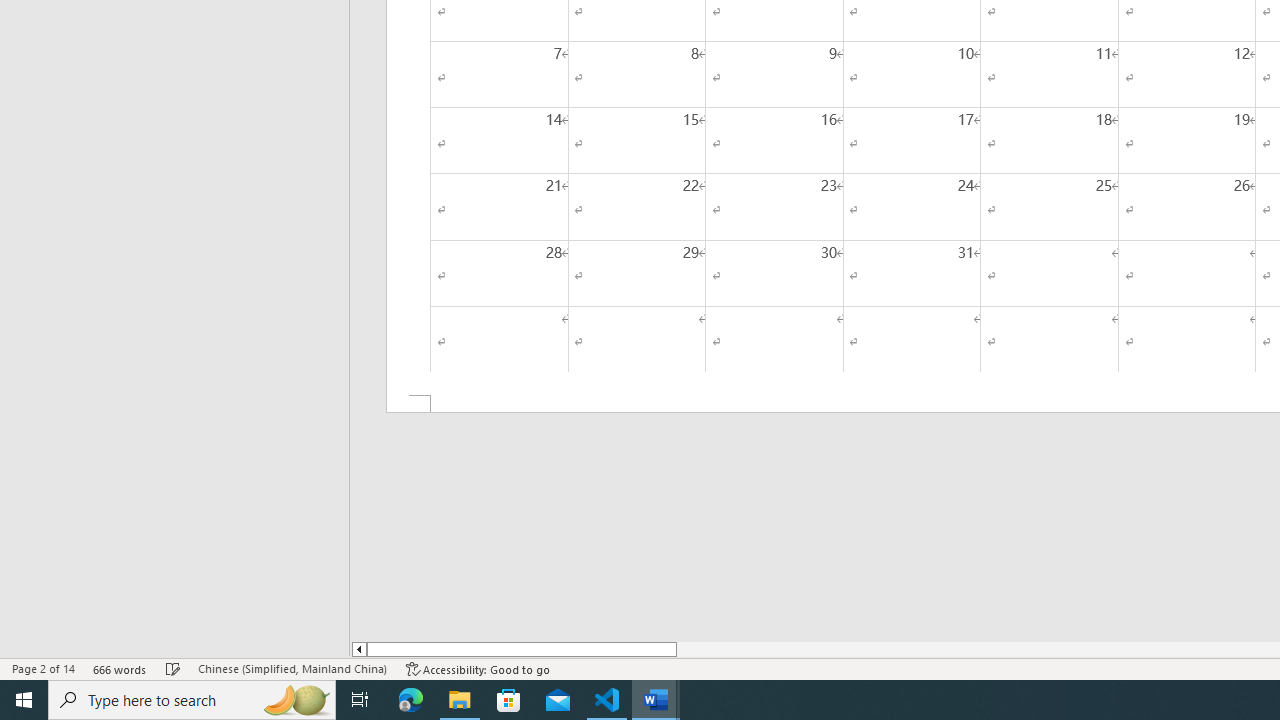 The height and width of the screenshot is (720, 1280). Describe the element at coordinates (358, 649) in the screenshot. I see `'Column left'` at that location.